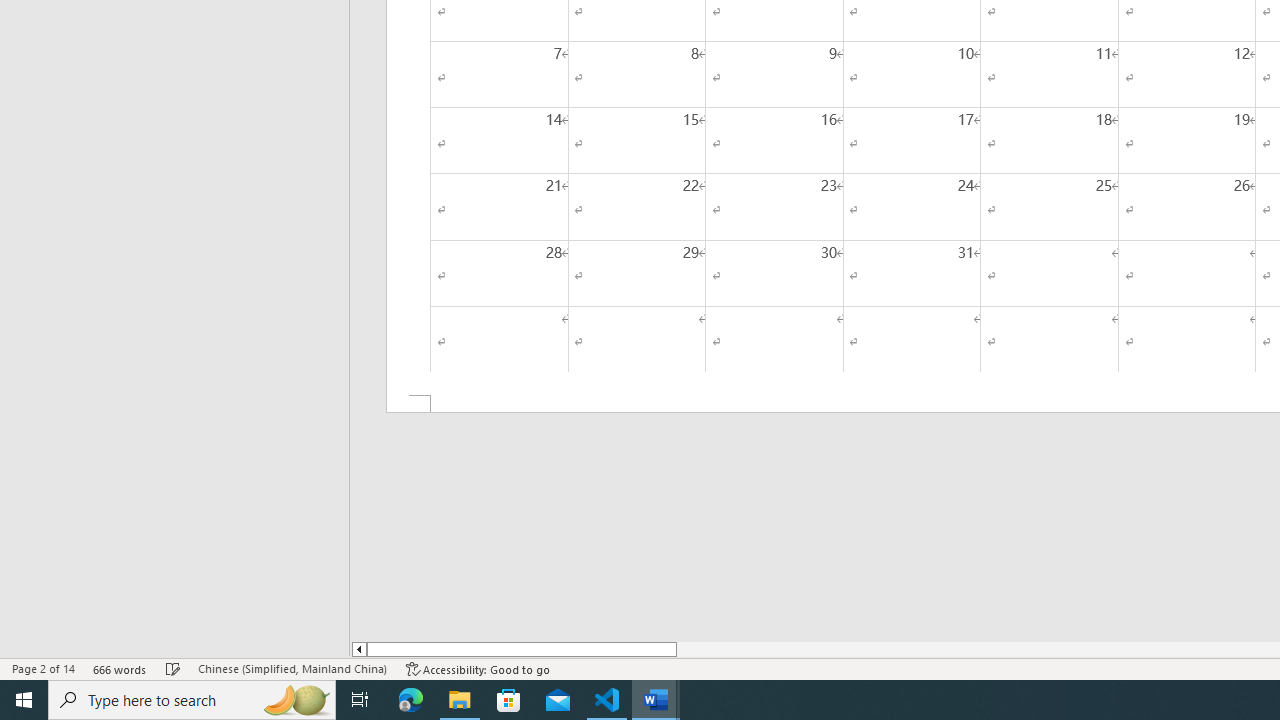 The height and width of the screenshot is (720, 1280). Describe the element at coordinates (358, 649) in the screenshot. I see `'Column left'` at that location.